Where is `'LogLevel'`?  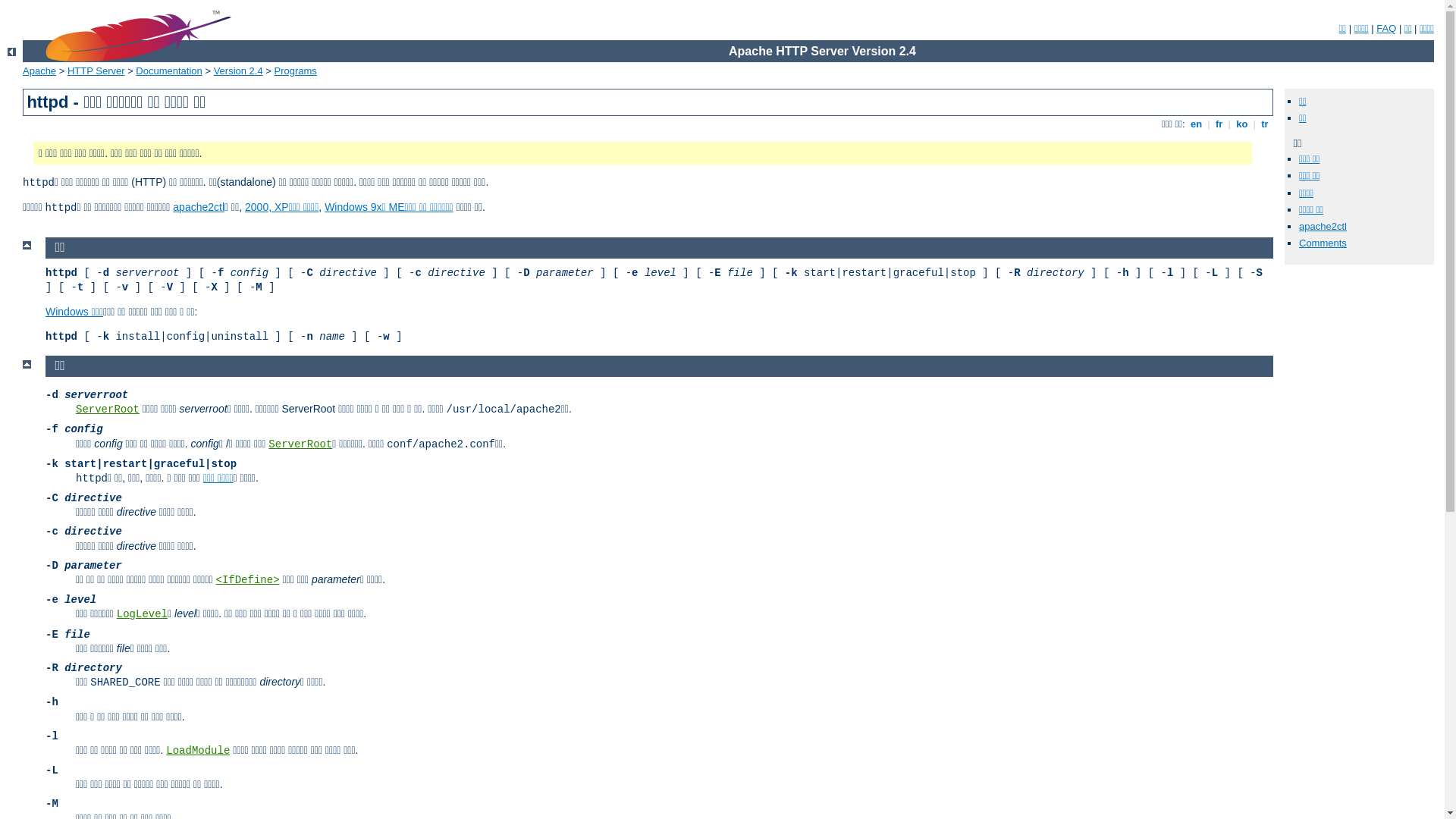
'LogLevel' is located at coordinates (142, 614).